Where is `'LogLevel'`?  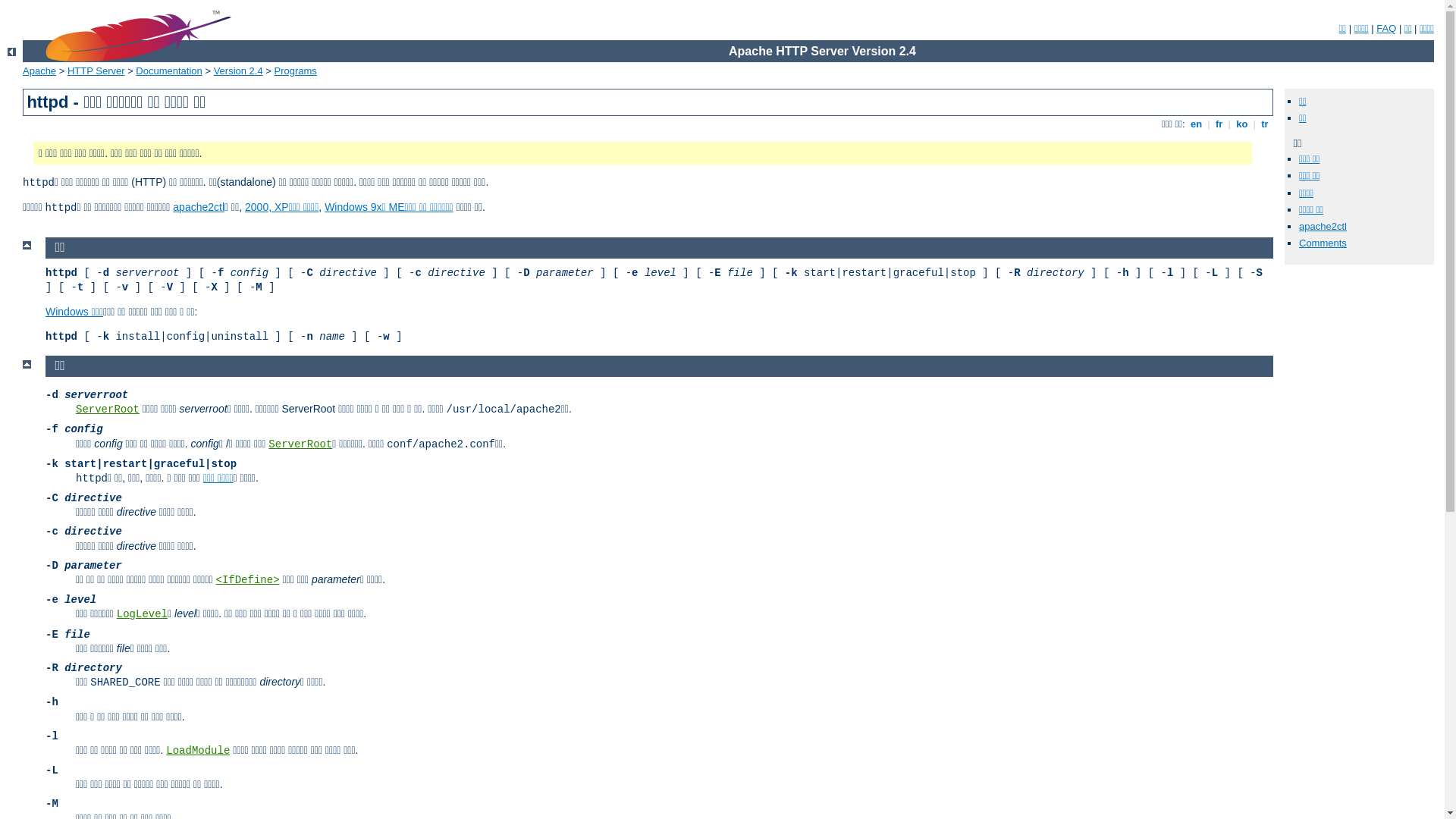
'LogLevel' is located at coordinates (142, 614).